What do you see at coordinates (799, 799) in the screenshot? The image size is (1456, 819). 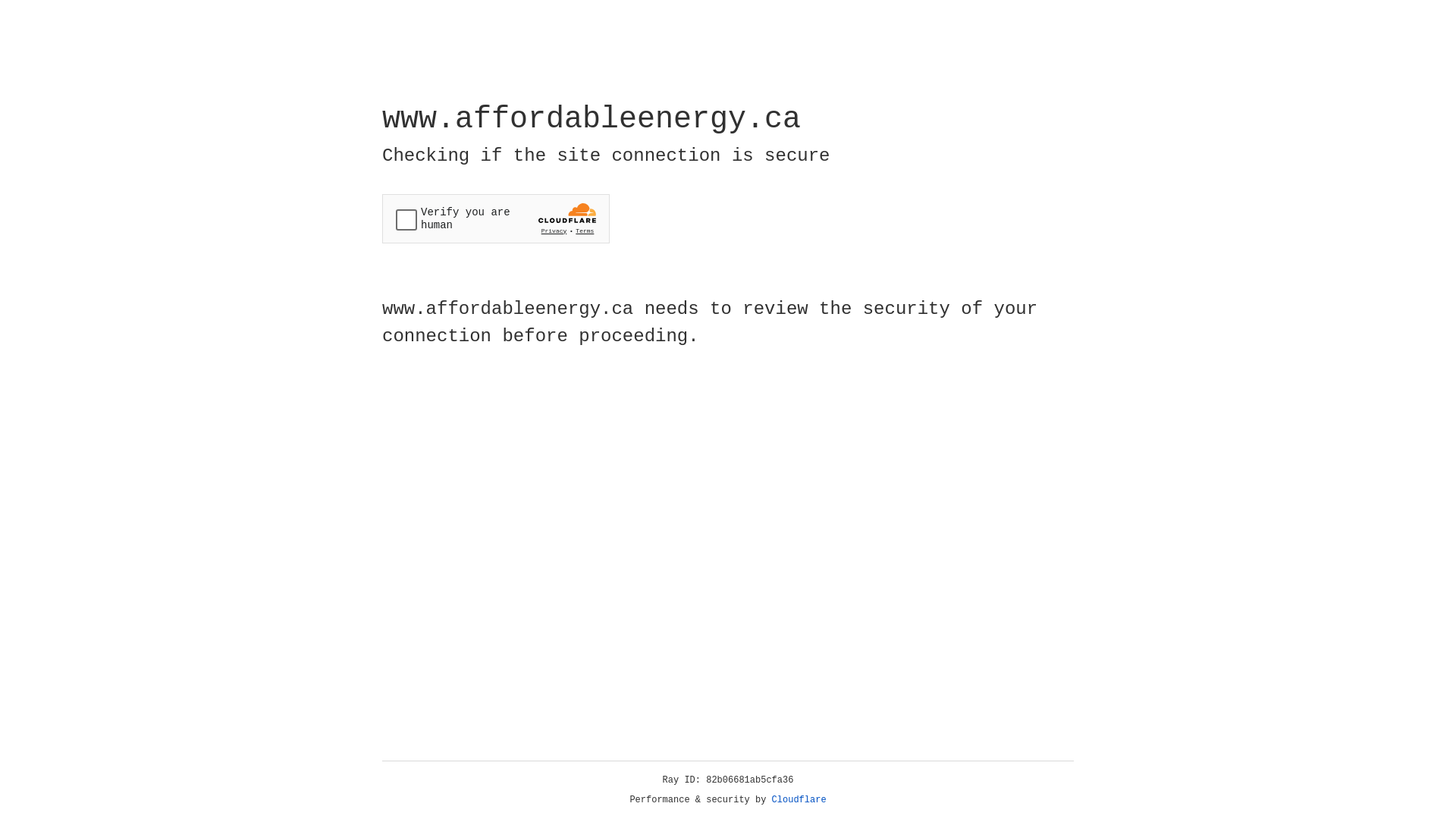 I see `'Cloudflare'` at bounding box center [799, 799].